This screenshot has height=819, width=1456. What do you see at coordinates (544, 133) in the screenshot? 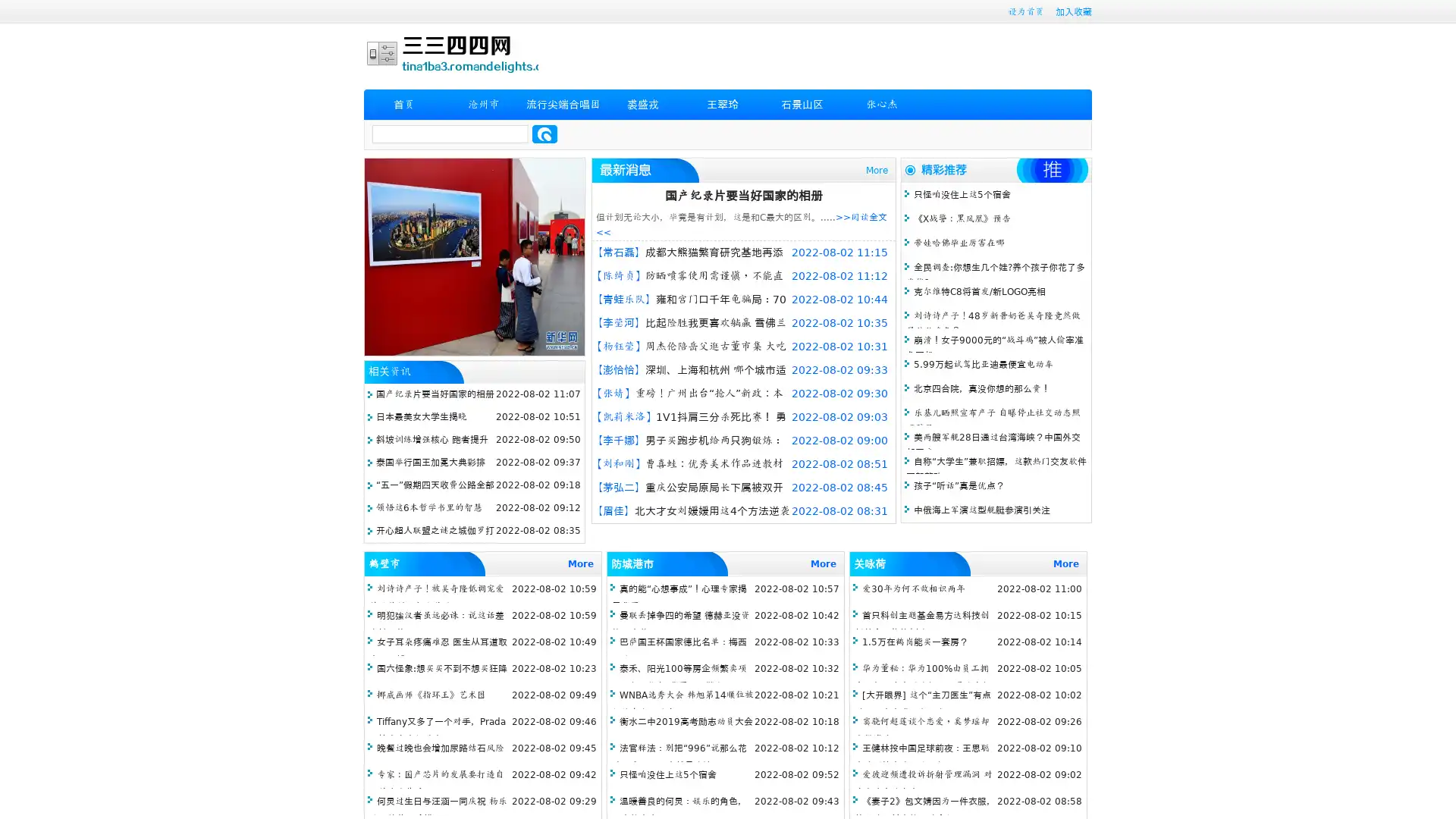
I see `Search` at bounding box center [544, 133].